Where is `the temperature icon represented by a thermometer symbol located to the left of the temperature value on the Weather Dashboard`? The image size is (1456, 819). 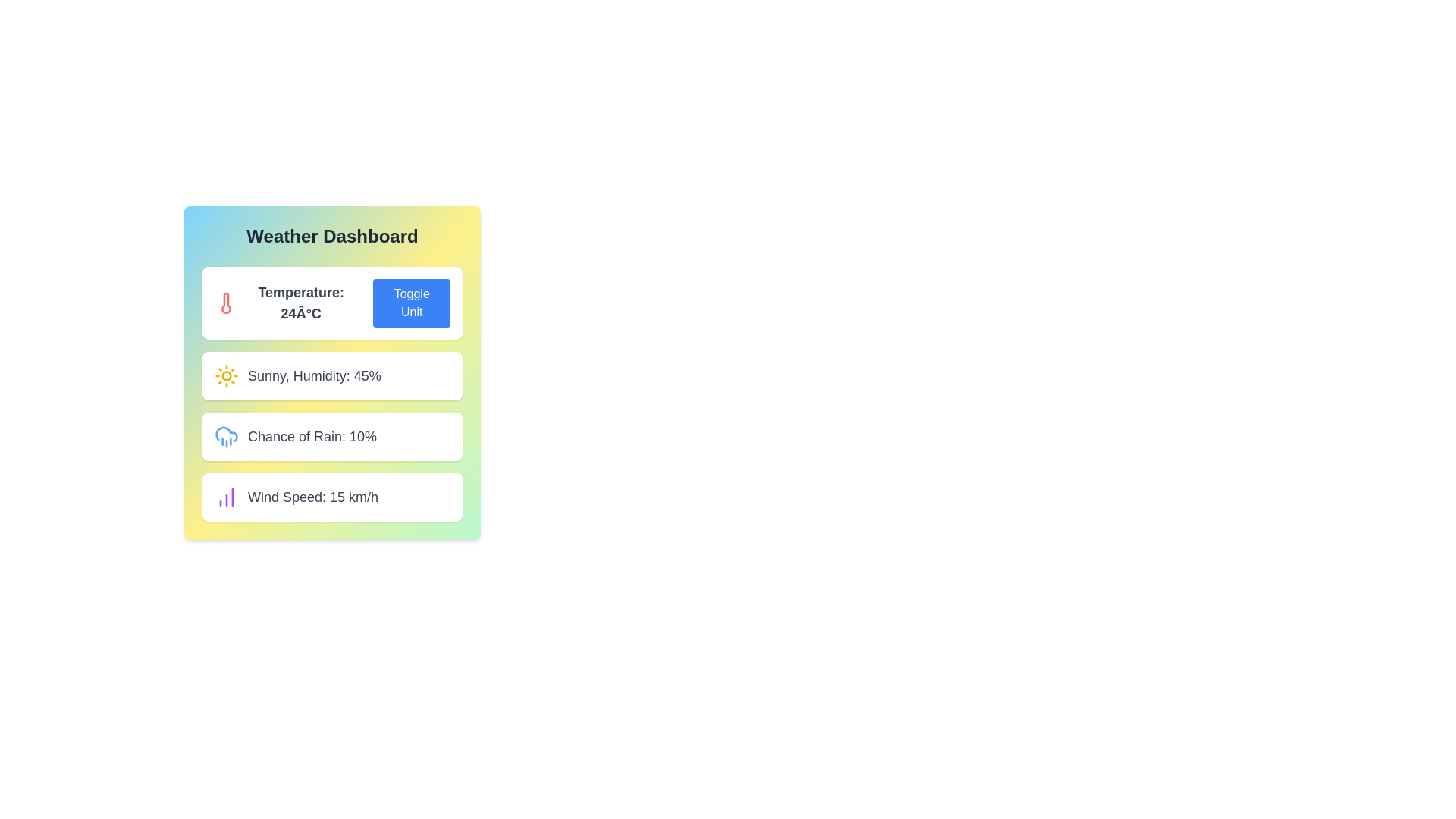 the temperature icon represented by a thermometer symbol located to the left of the temperature value on the Weather Dashboard is located at coordinates (225, 303).